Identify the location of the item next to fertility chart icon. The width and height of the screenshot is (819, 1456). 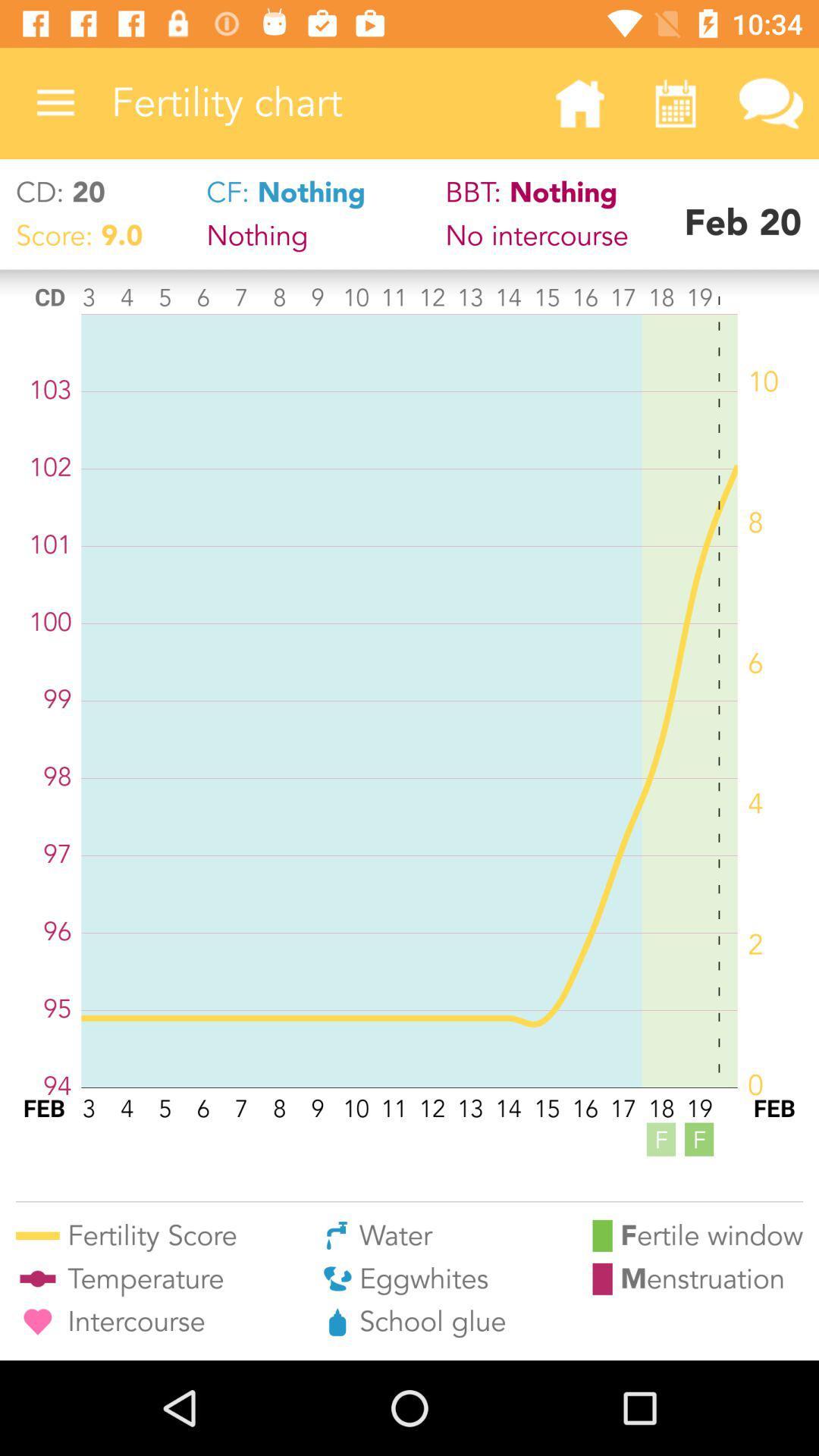
(55, 102).